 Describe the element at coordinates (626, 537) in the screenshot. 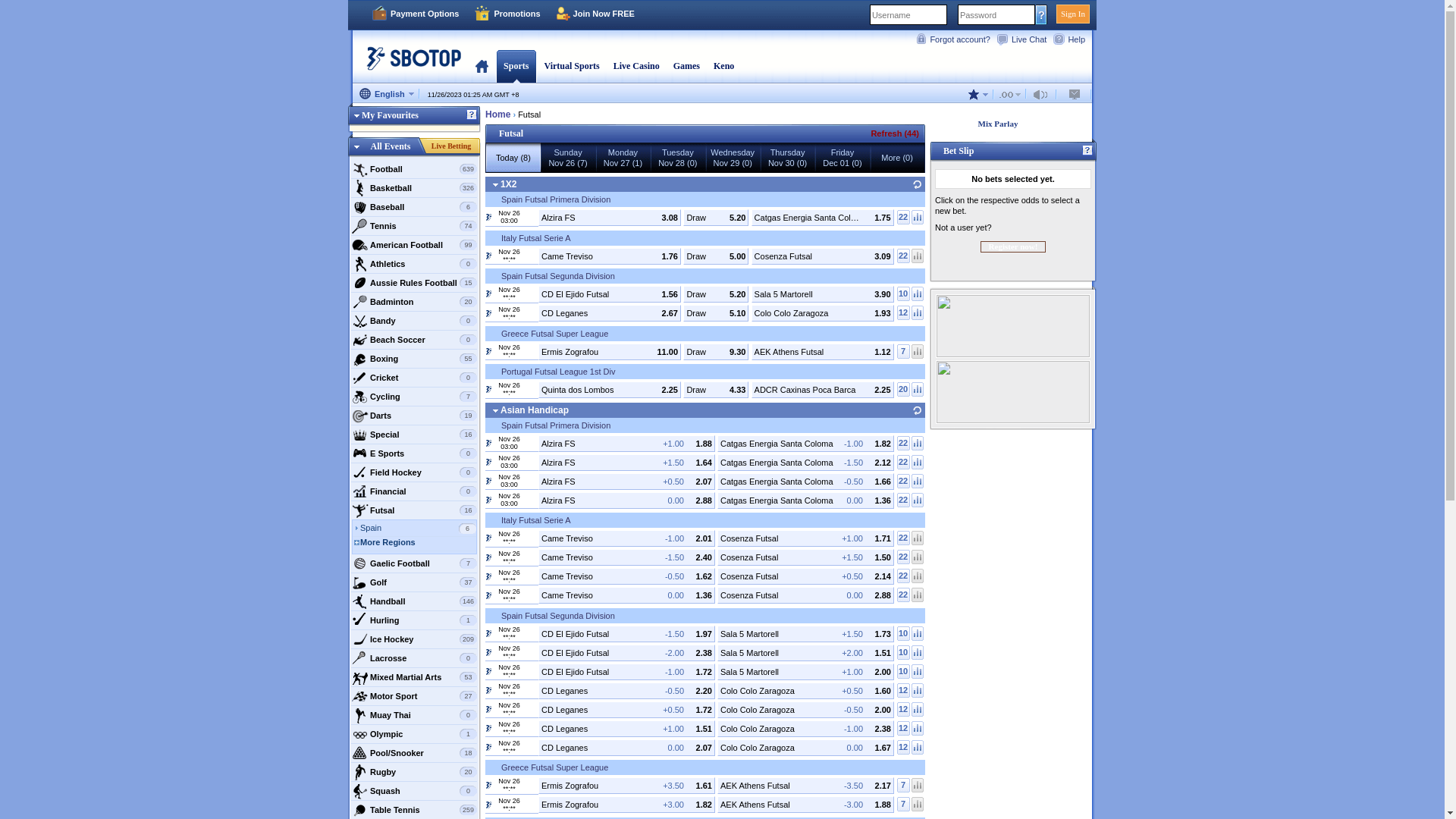

I see `'2.01` at that location.